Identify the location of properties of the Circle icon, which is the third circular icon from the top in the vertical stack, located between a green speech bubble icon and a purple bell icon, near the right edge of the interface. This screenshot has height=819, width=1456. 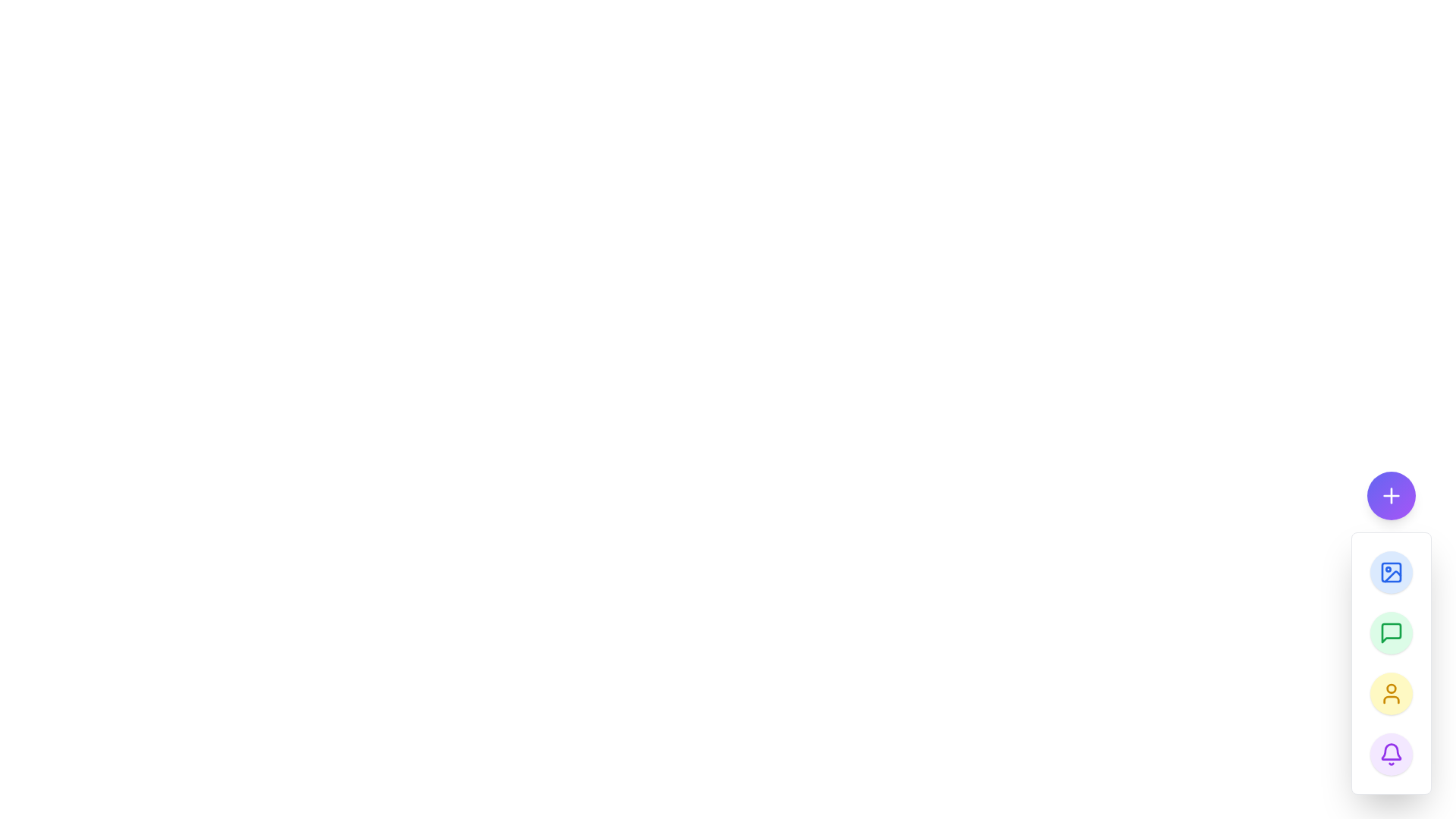
(1391, 688).